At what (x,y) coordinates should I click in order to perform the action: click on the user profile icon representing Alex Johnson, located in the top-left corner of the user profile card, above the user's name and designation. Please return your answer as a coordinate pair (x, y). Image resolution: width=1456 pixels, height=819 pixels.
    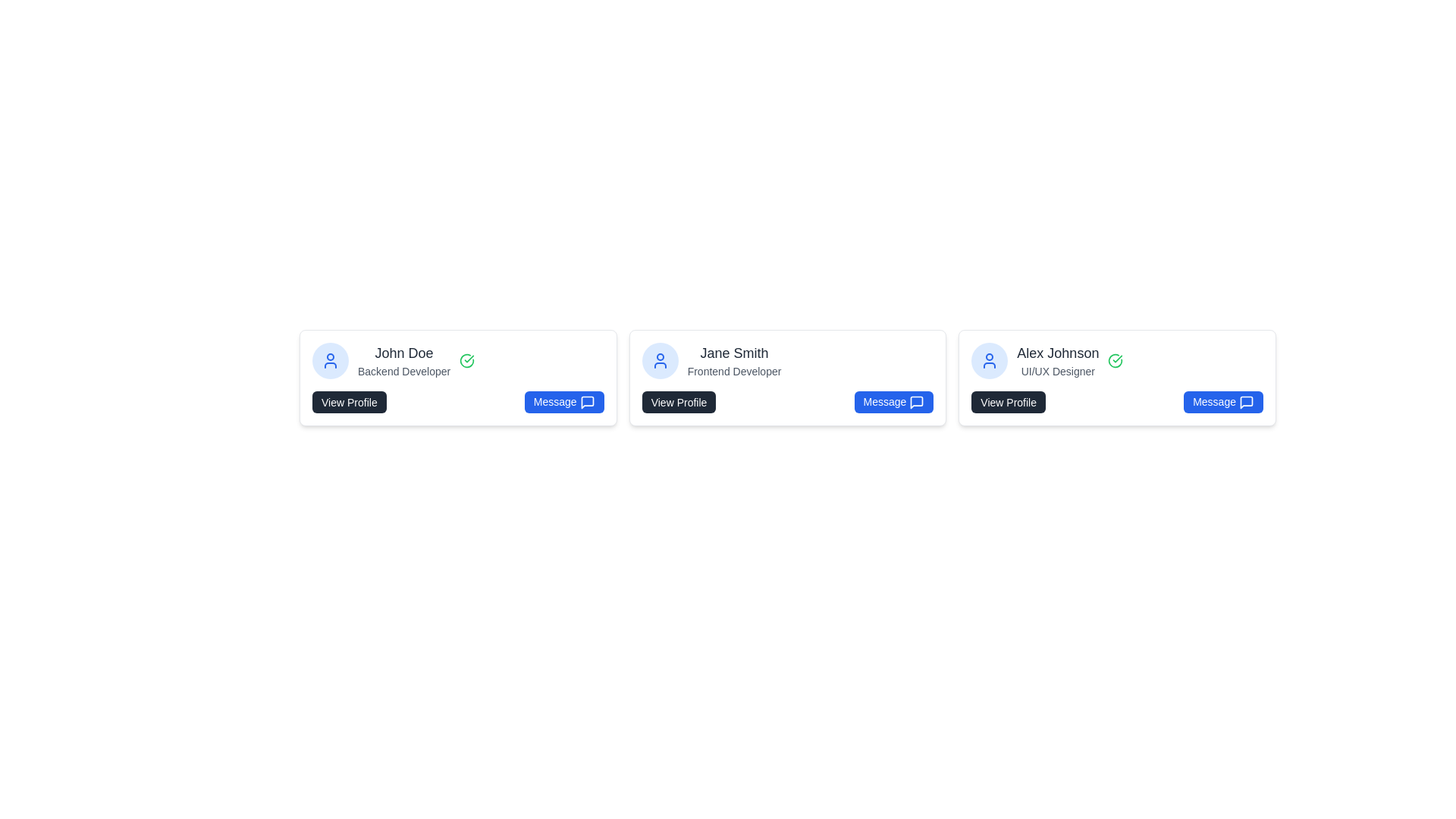
    Looking at the image, I should click on (990, 360).